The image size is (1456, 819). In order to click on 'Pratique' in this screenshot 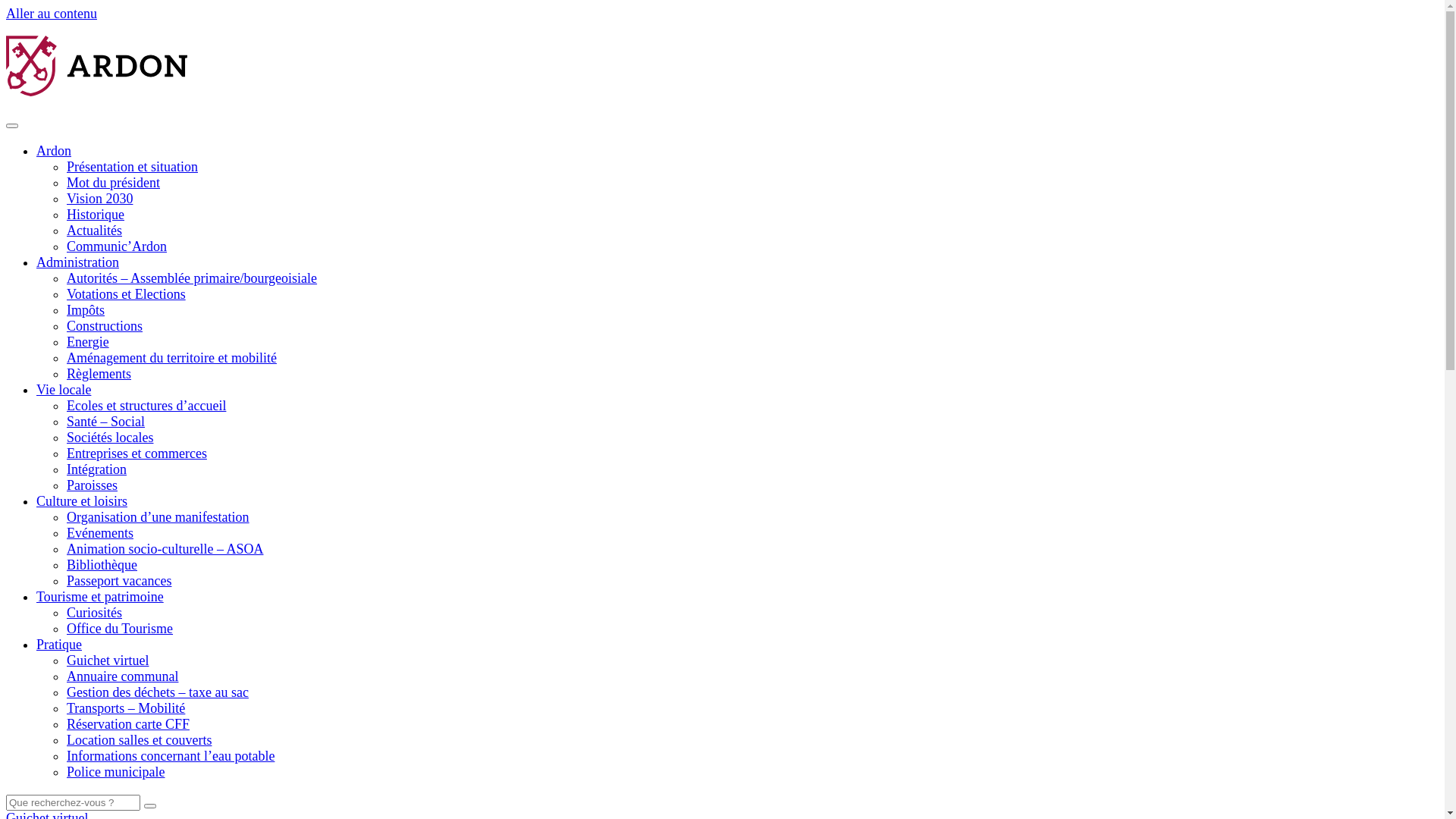, I will do `click(58, 644)`.